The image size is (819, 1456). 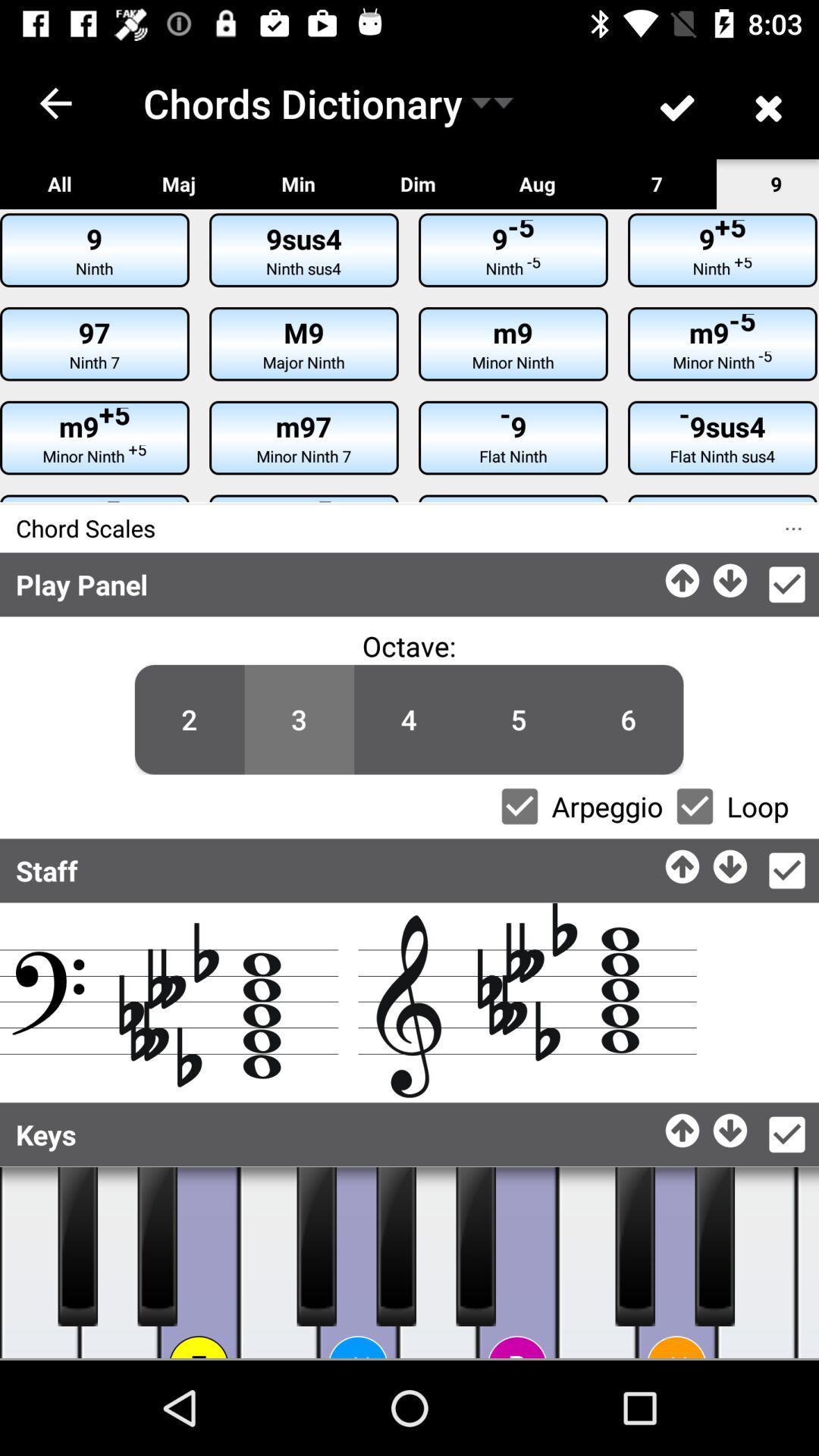 I want to click on check and uncheck, so click(x=519, y=805).